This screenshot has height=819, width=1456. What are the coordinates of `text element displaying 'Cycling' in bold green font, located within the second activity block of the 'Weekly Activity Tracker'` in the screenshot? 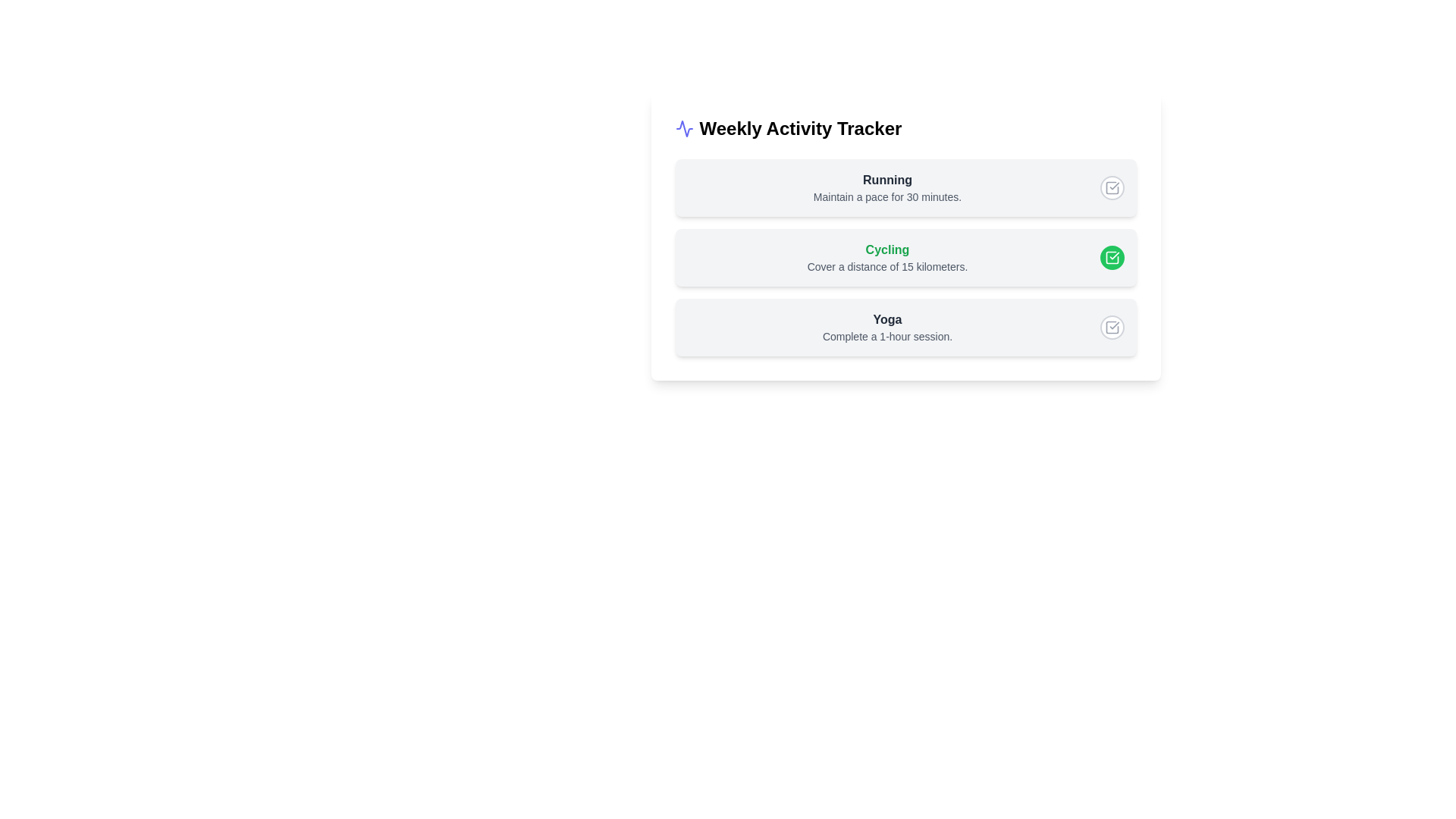 It's located at (887, 249).